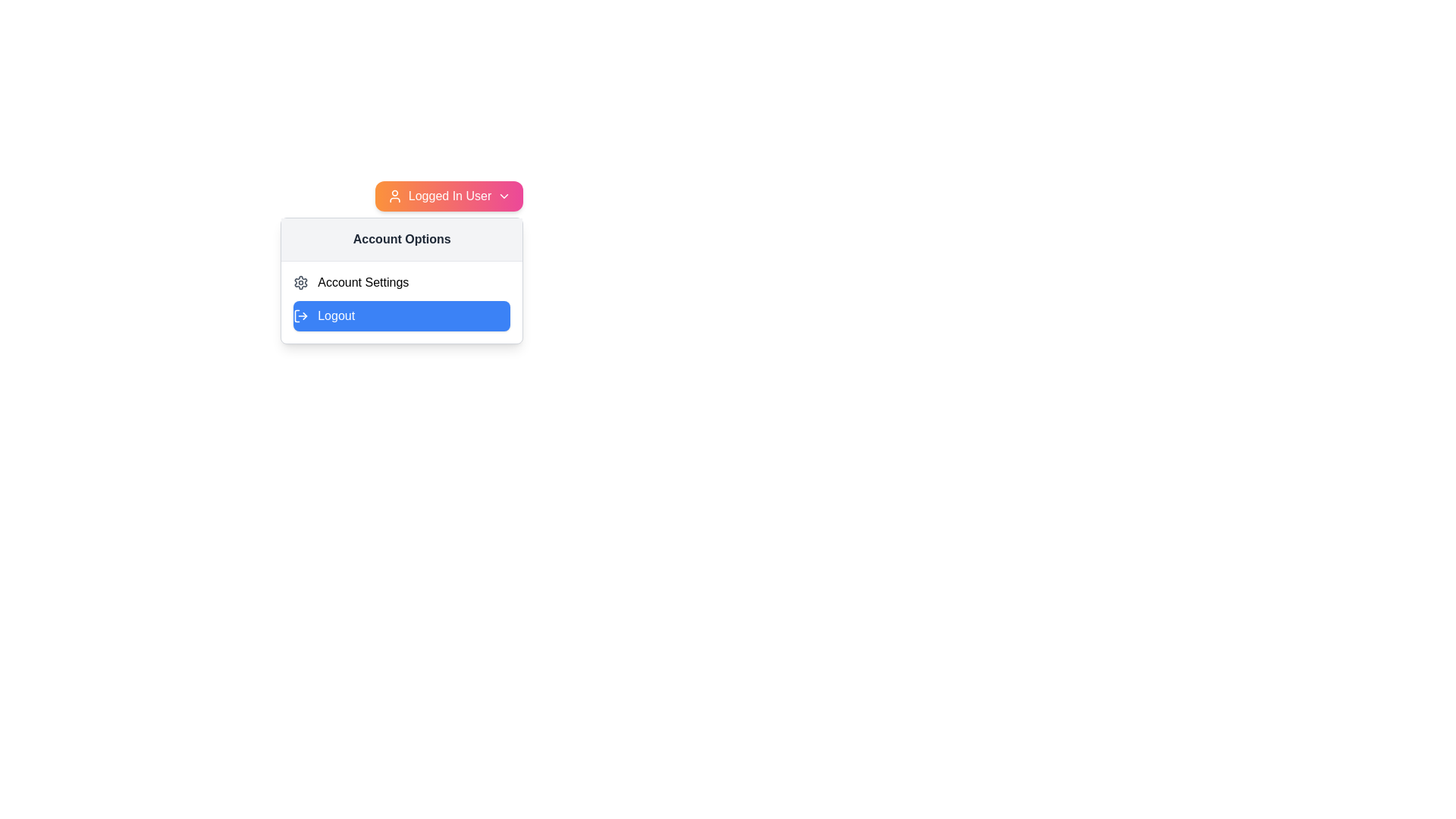  Describe the element at coordinates (402, 283) in the screenshot. I see `the 'Account Settings' label with a gear icon, which is the first item in the 'Account Options' dropdown menu` at that location.